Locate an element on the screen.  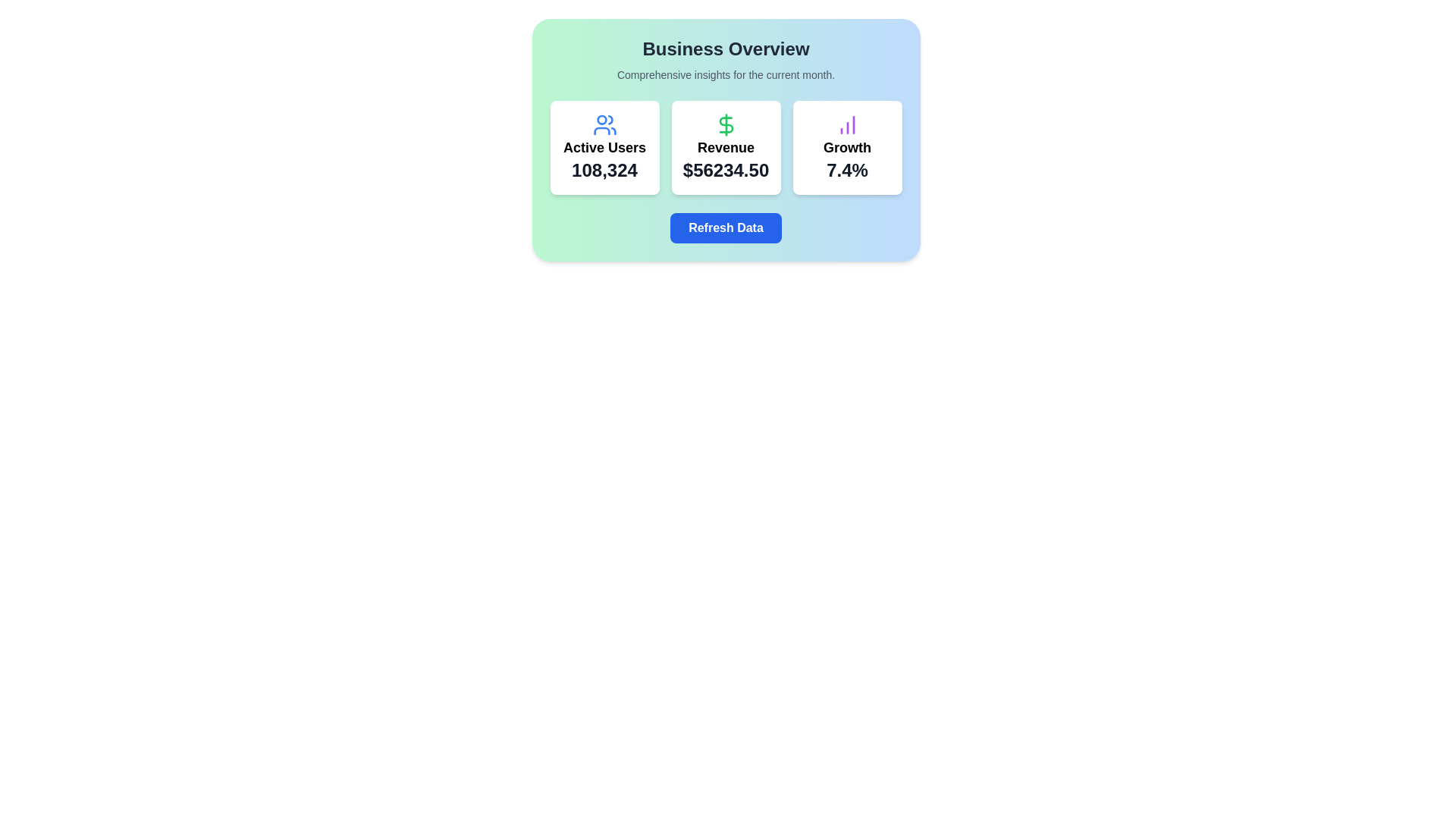
the icon depicting a group of people, which is styled in blue and represents users, located in the first section of the card group under 'Business Overview', above 'Active Users' is located at coordinates (604, 124).